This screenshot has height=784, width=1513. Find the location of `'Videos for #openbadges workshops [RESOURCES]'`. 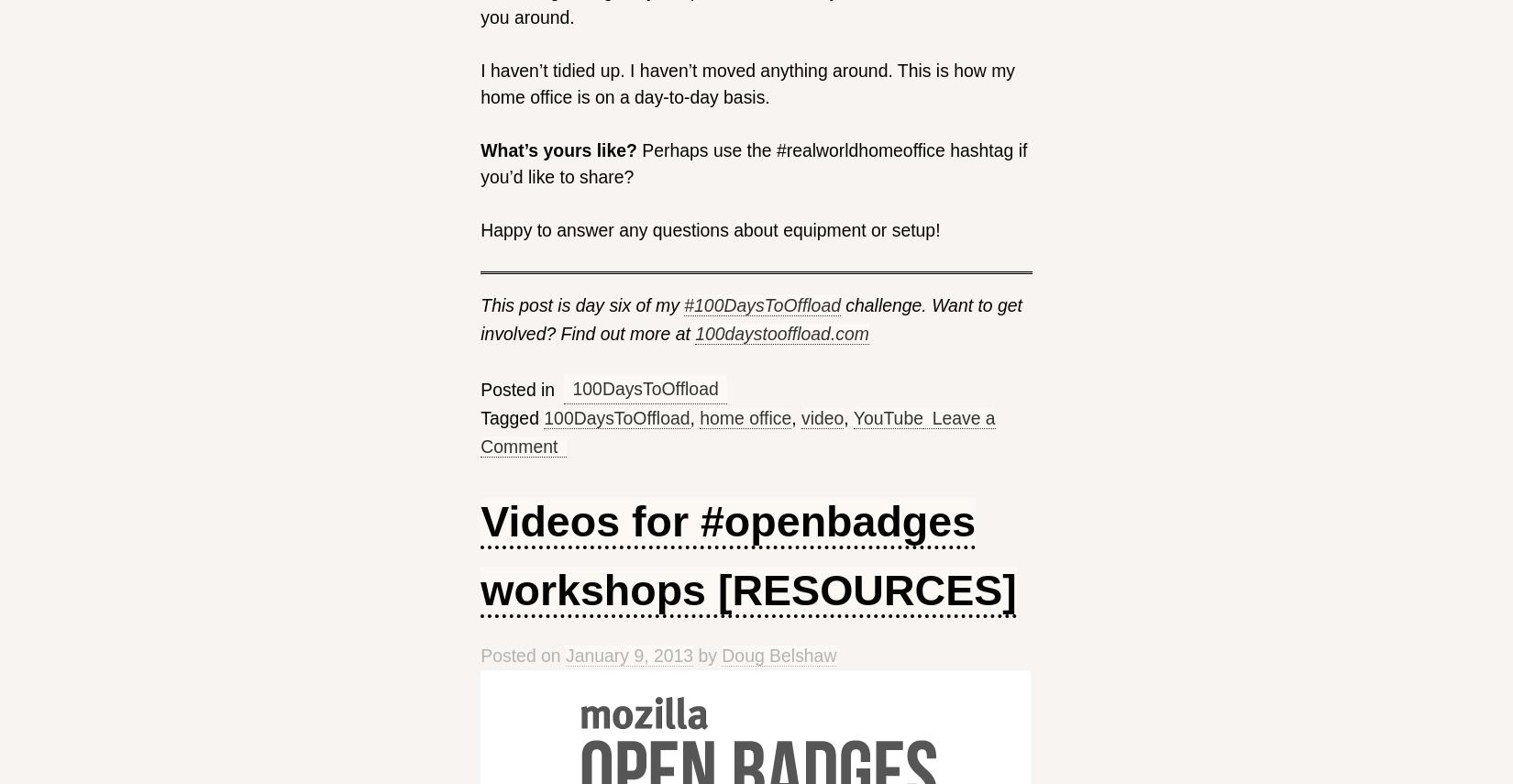

'Videos for #openbadges workshops [RESOURCES]' is located at coordinates (746, 556).